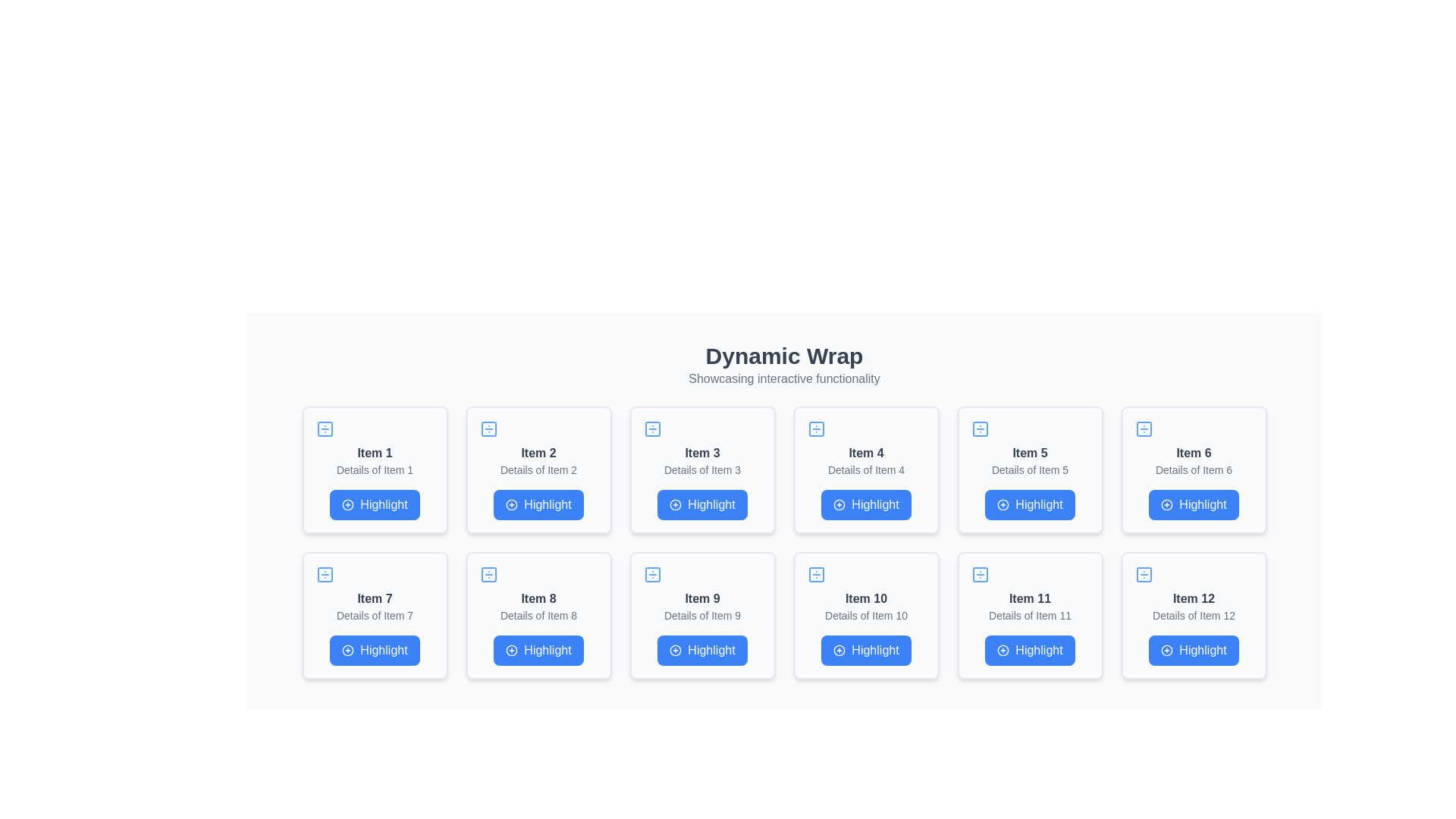  I want to click on the text label displaying 'Details of Item 7' located in the second row, first column card labeled 'Item 7', positioned below the title 'Item 7', so click(375, 616).